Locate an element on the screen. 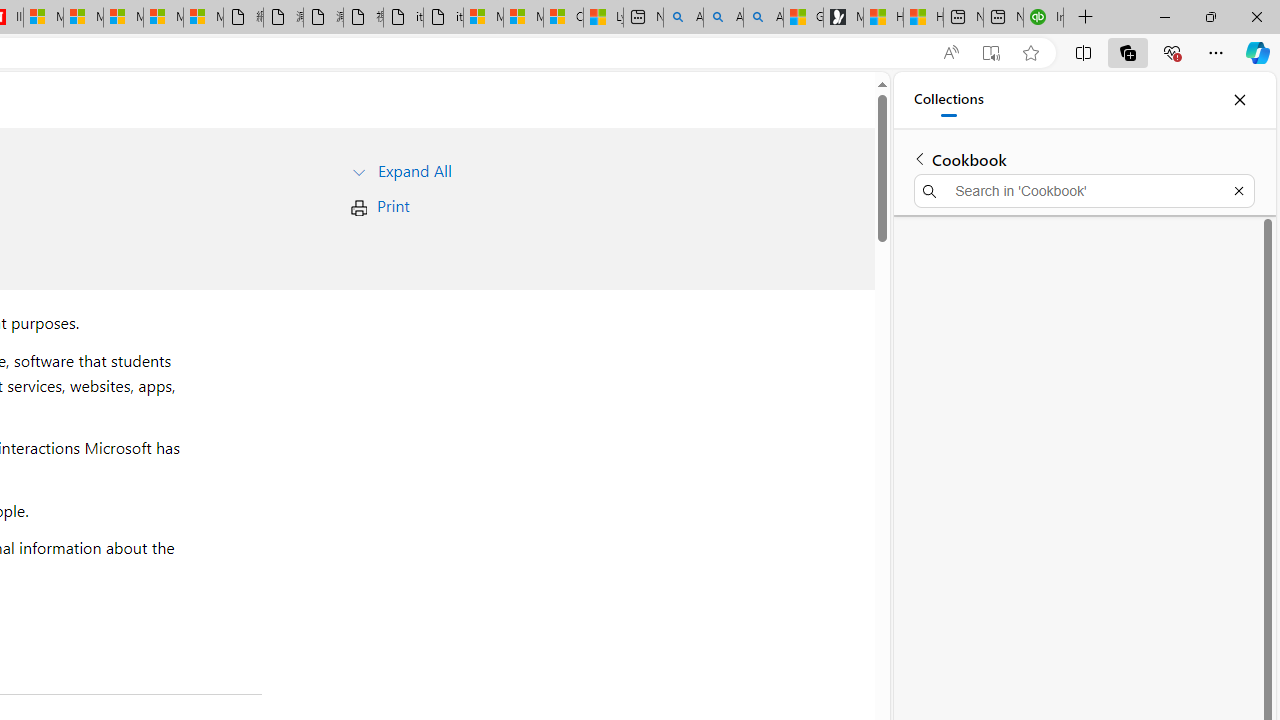  'Back to list of collections' is located at coordinates (919, 158).